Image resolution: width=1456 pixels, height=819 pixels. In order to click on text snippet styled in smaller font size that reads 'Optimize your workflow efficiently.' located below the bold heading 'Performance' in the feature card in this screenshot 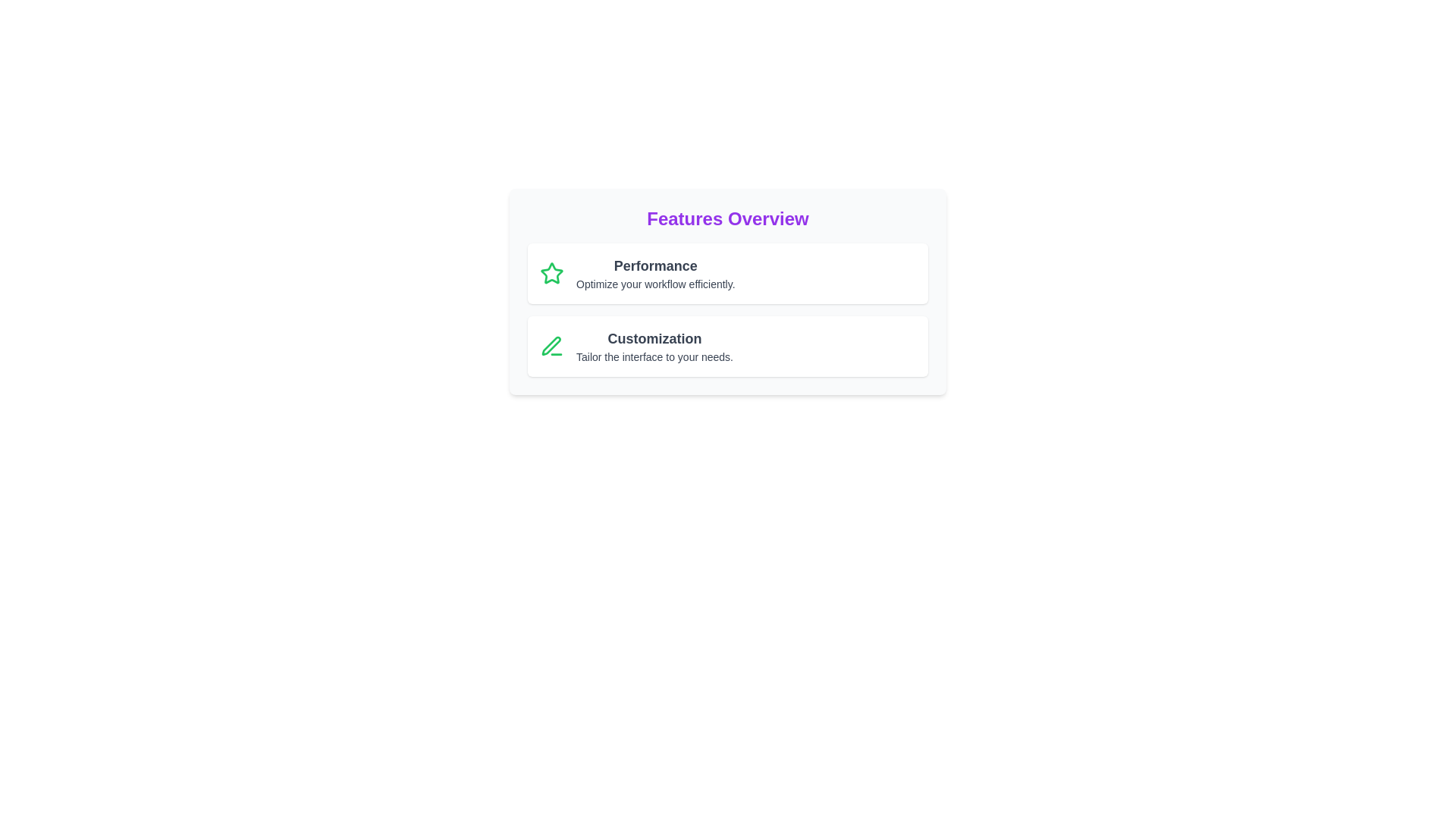, I will do `click(655, 284)`.